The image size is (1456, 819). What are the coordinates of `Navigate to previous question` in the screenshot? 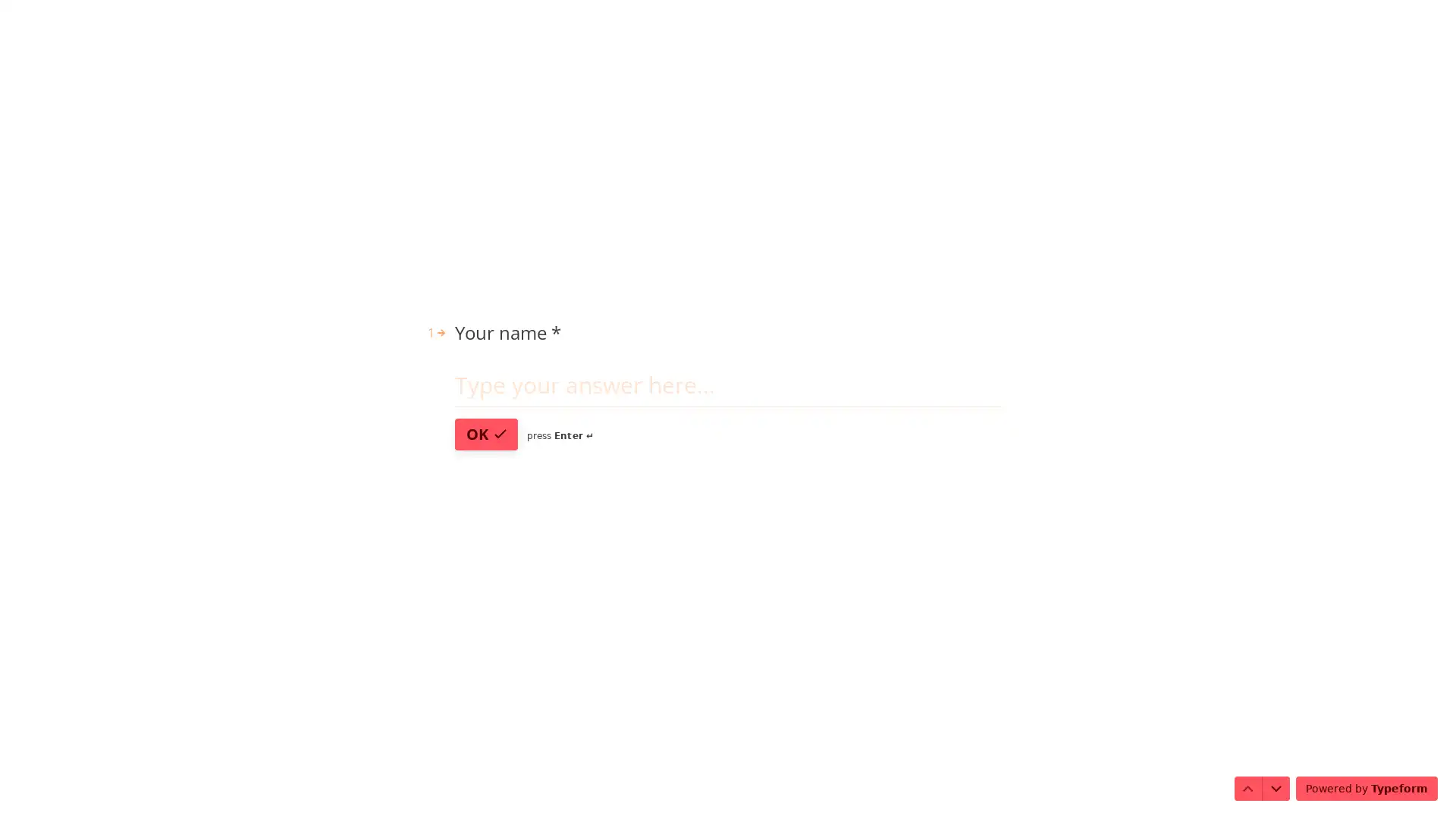 It's located at (1248, 788).